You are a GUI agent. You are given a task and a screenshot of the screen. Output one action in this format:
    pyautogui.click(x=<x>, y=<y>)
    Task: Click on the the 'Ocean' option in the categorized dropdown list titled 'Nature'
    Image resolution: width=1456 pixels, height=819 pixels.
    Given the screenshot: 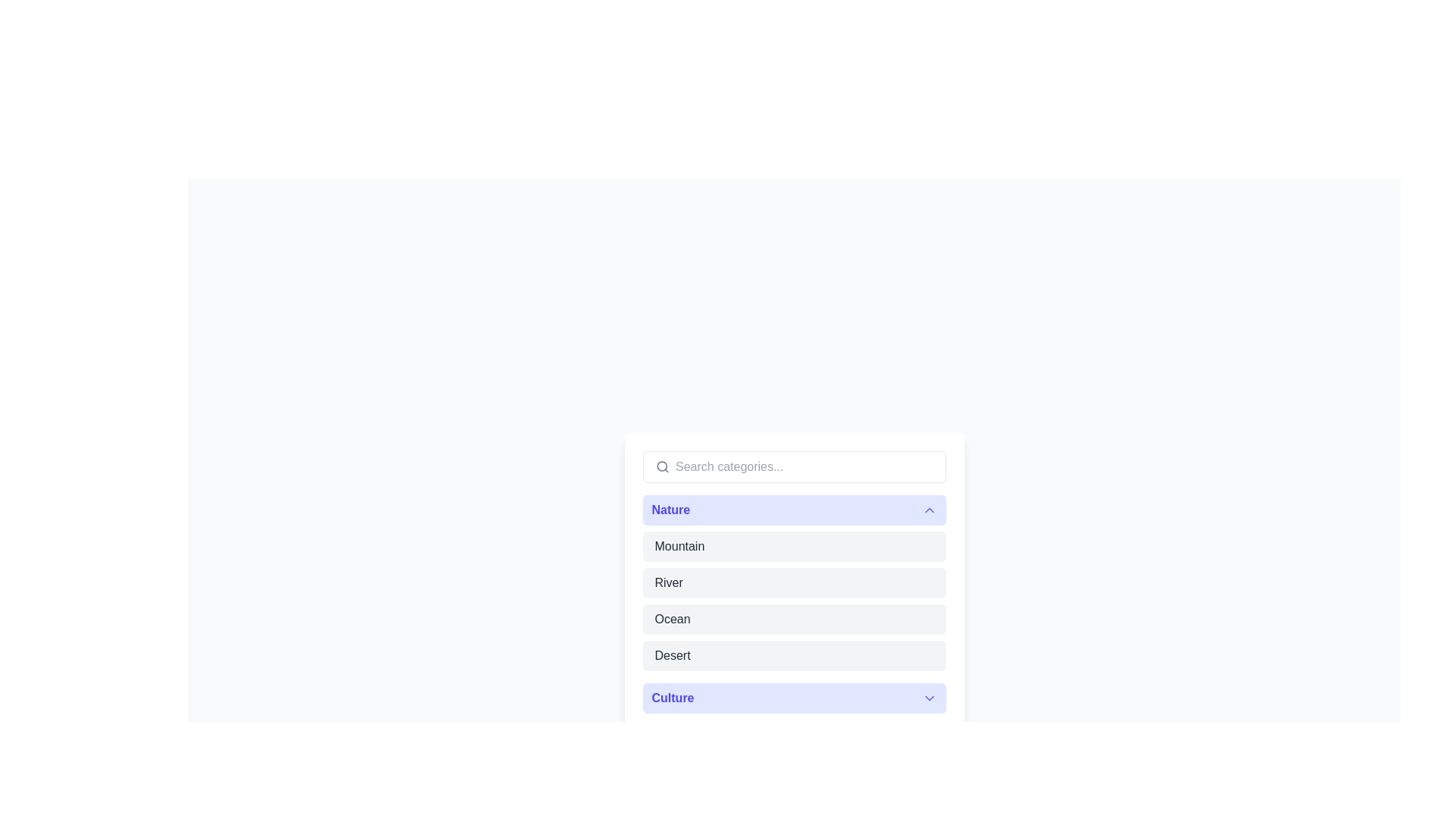 What is the action you would take?
    pyautogui.click(x=793, y=620)
    